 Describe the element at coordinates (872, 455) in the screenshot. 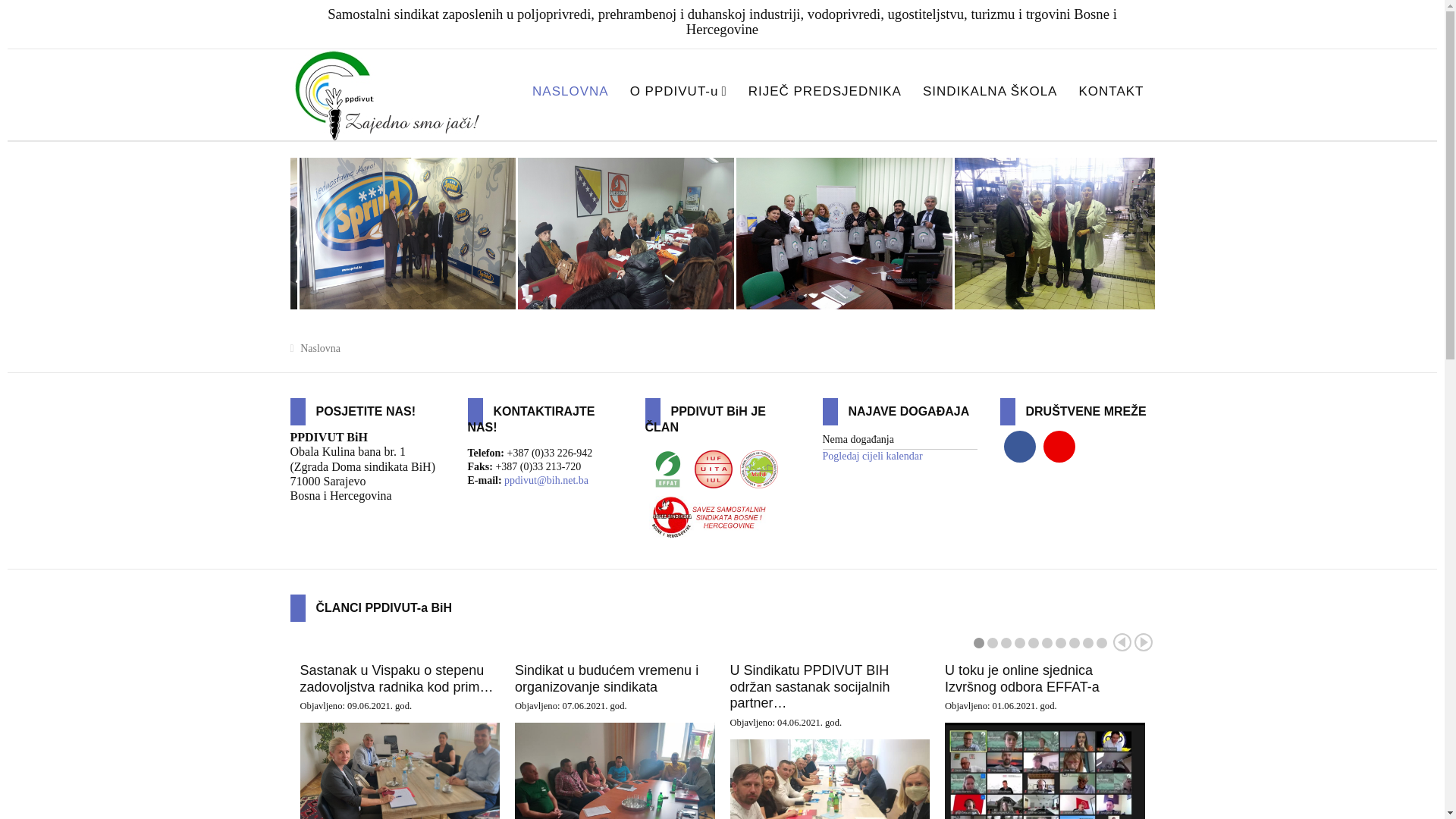

I see `'Pogledaj cijeli kalendar'` at that location.